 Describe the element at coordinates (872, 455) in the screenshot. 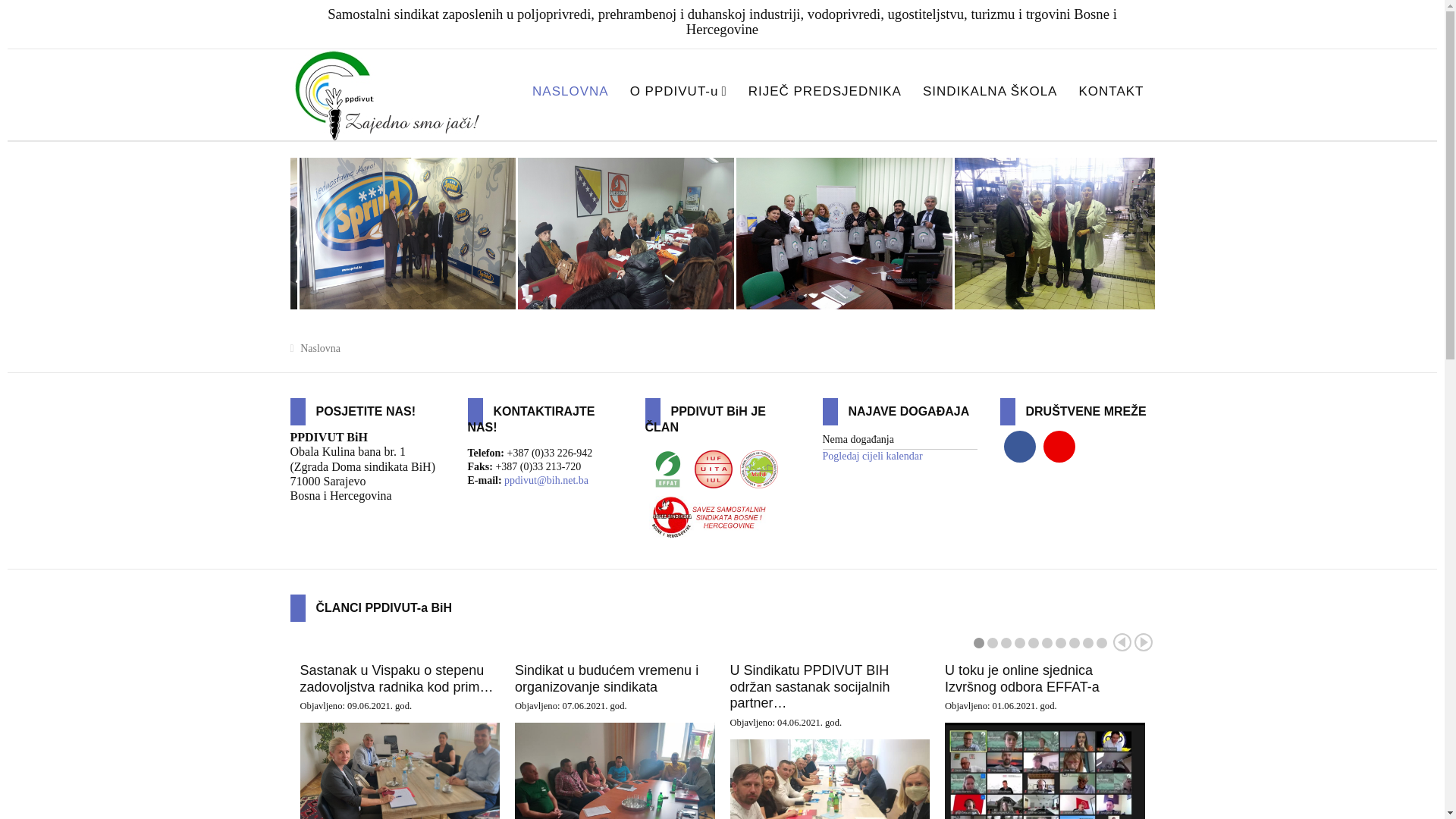

I see `'Pogledaj cijeli kalendar'` at that location.